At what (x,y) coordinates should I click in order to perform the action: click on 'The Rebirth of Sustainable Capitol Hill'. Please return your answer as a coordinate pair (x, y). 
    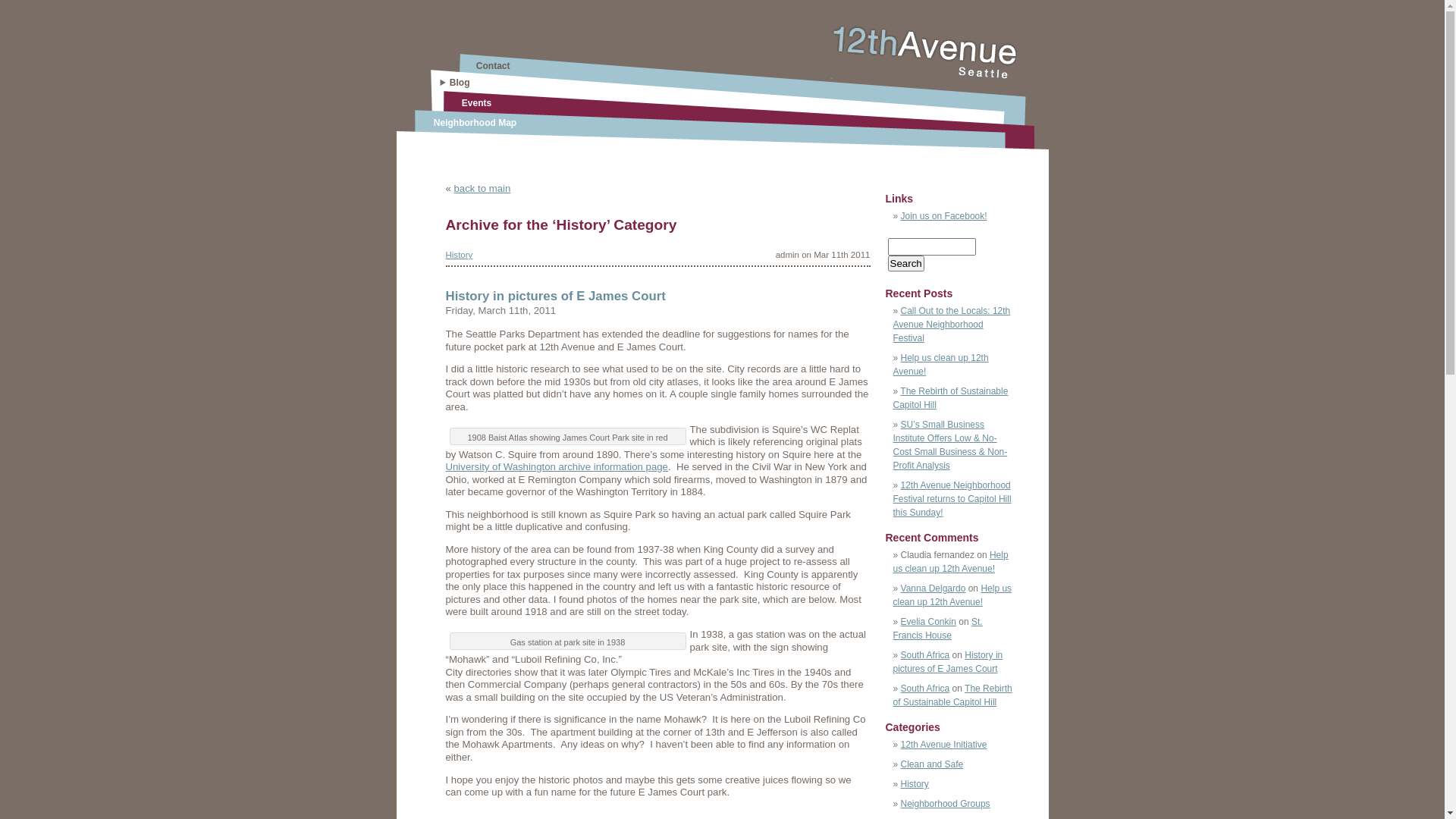
    Looking at the image, I should click on (893, 397).